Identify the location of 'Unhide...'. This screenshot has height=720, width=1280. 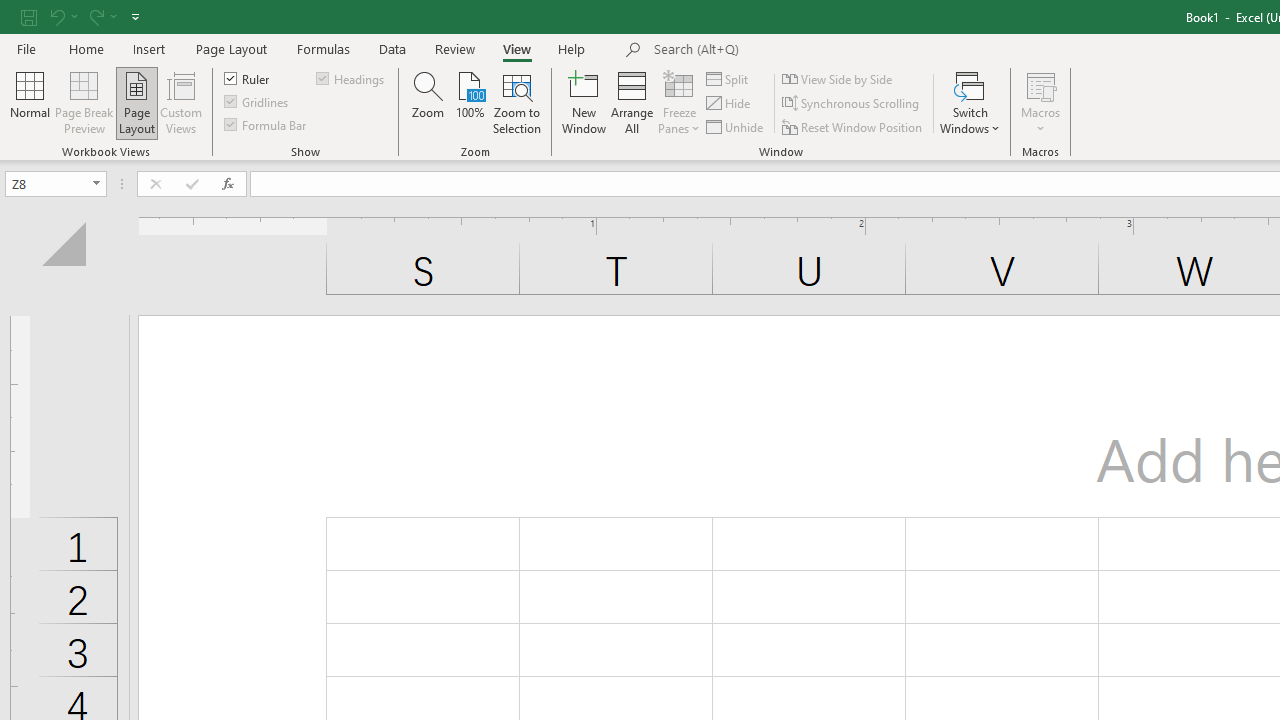
(735, 127).